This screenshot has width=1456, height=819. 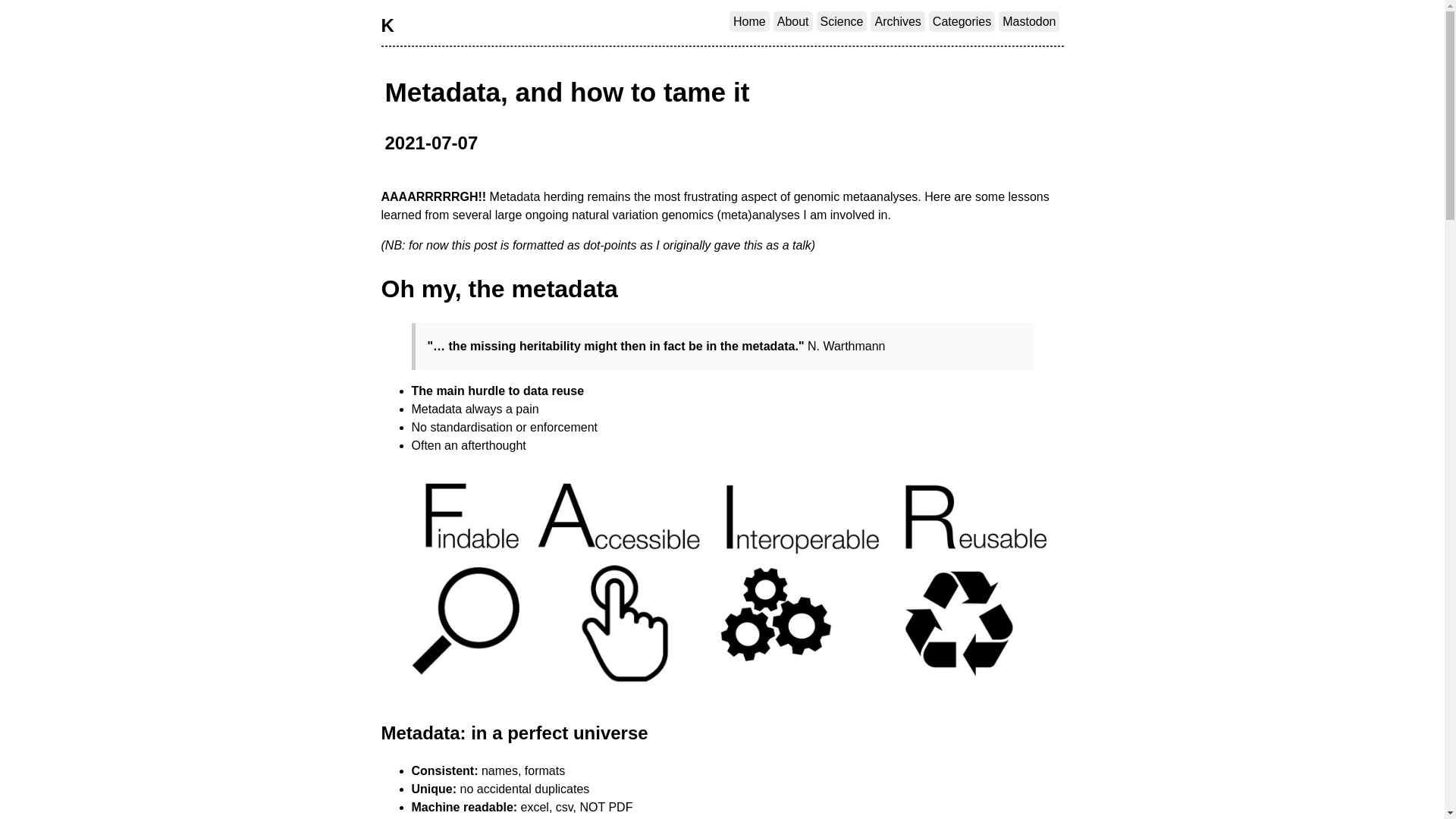 What do you see at coordinates (381, 26) in the screenshot?
I see `'K'` at bounding box center [381, 26].